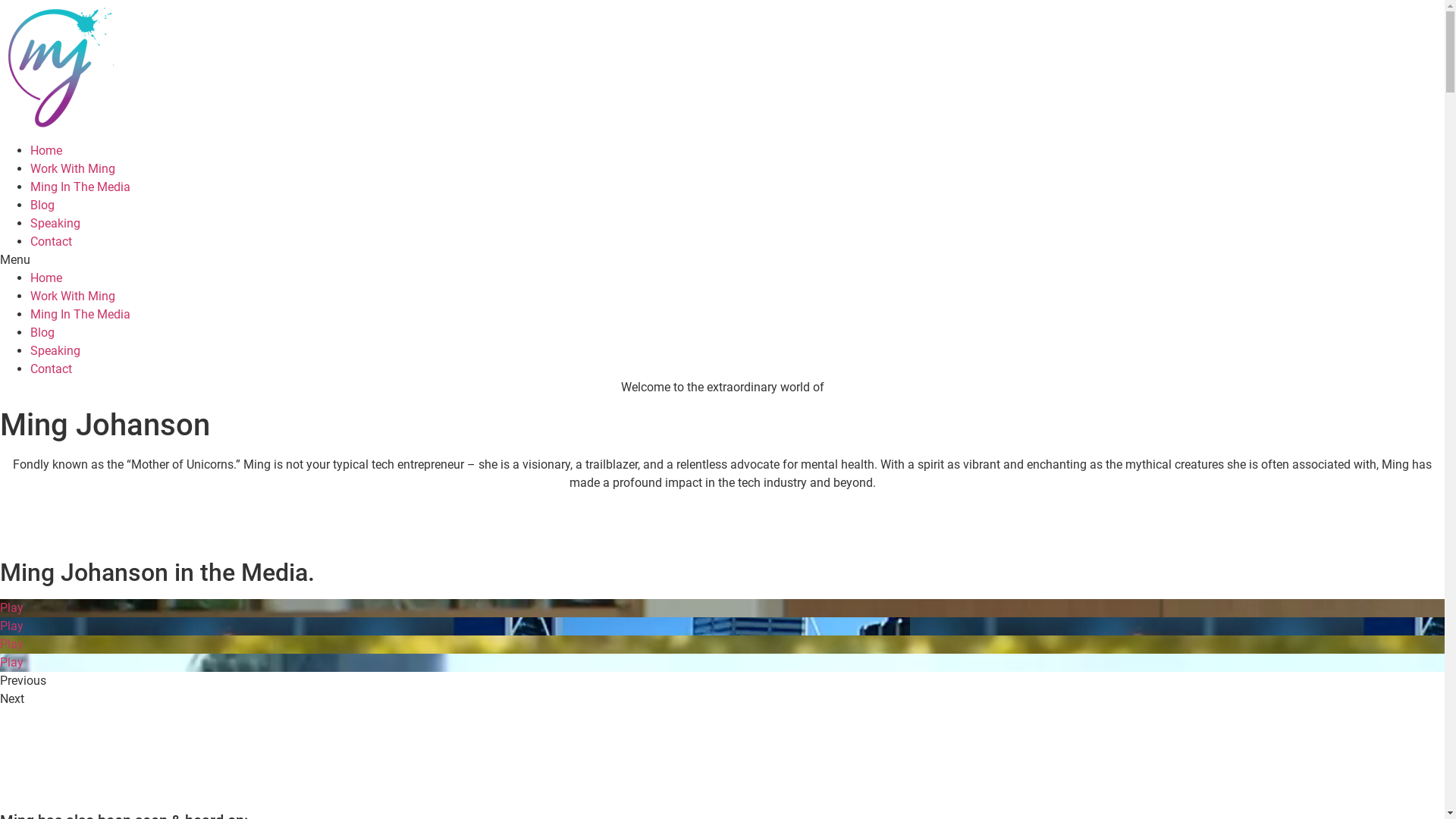 The width and height of the screenshot is (1456, 819). Describe the element at coordinates (721, 626) in the screenshot. I see `'Play'` at that location.